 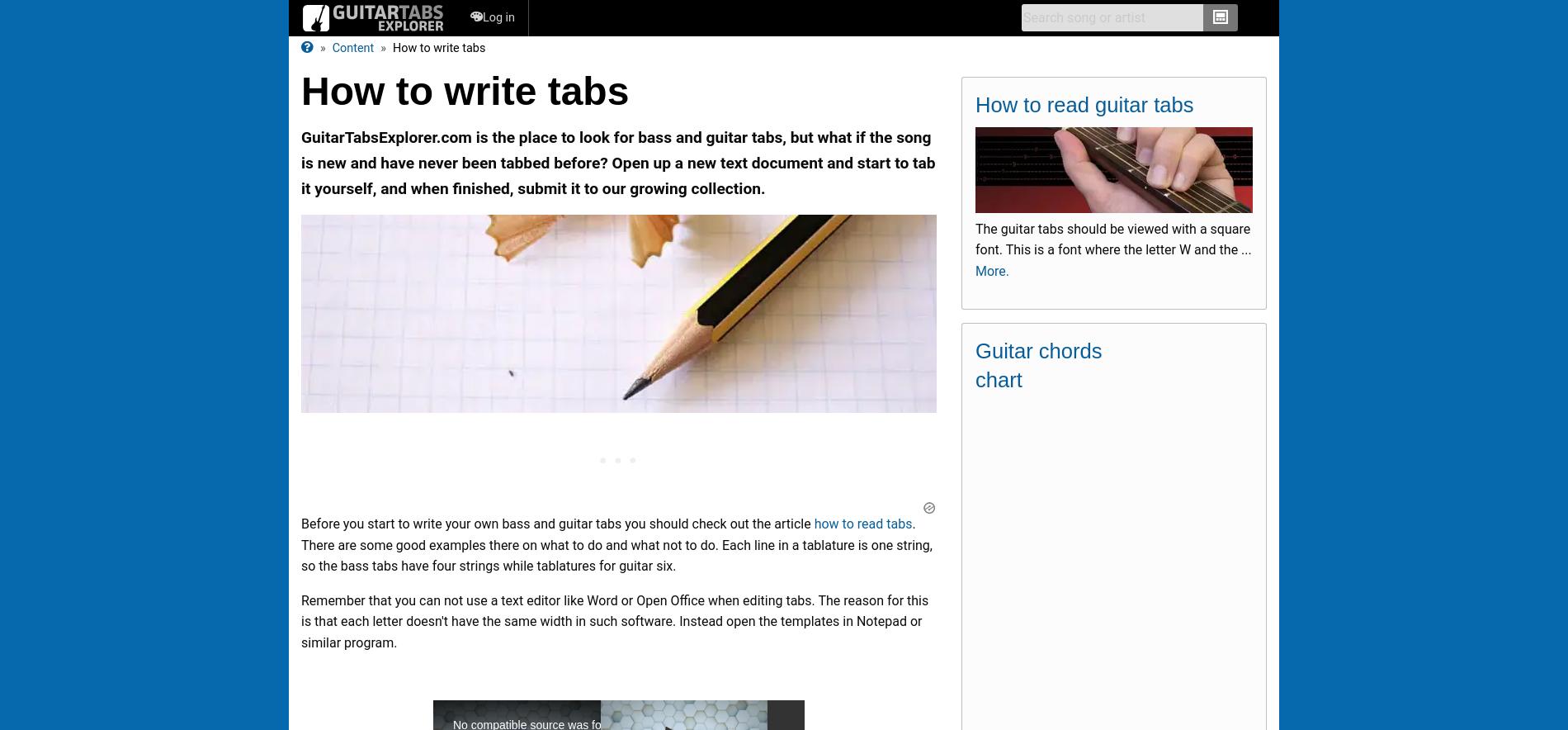 I want to click on 'Remember that you can not use a text editor like Word or Open Office when editing tabs. The reason for this is that each letter doesn't have the same width in such software. Instead open the templates in Notepad or similar program.', so click(x=613, y=621).